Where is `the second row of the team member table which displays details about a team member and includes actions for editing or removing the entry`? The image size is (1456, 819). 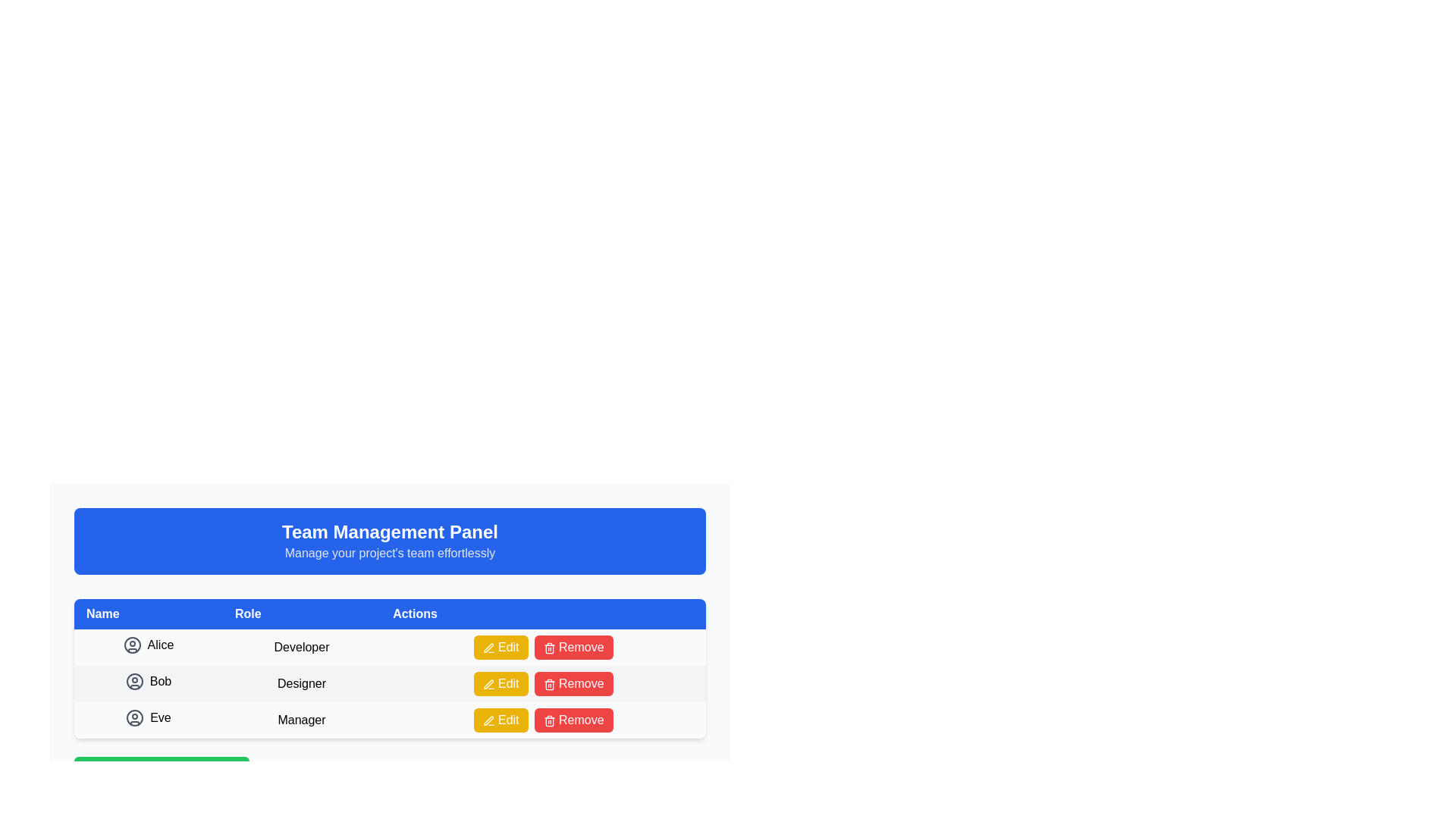 the second row of the team member table which displays details about a team member and includes actions for editing or removing the entry is located at coordinates (390, 668).